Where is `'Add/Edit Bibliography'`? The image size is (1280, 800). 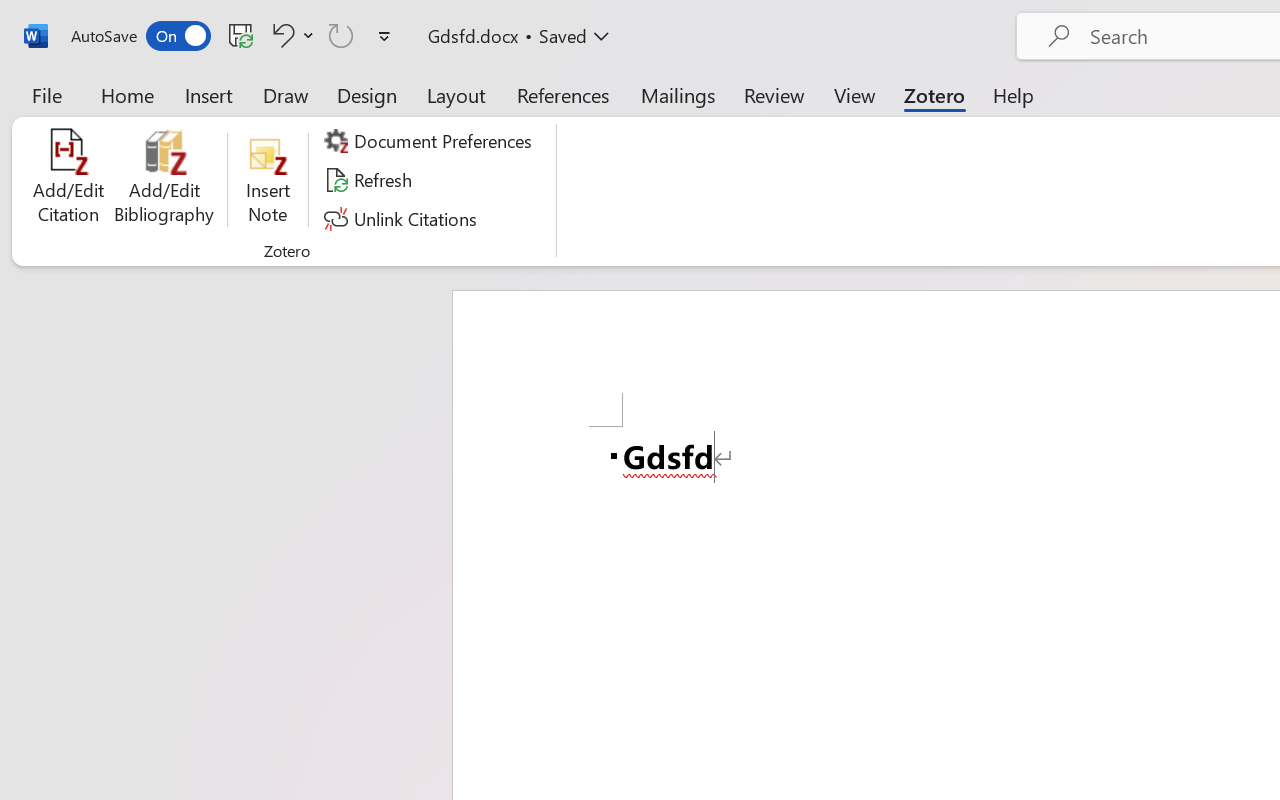 'Add/Edit Bibliography' is located at coordinates (164, 179).